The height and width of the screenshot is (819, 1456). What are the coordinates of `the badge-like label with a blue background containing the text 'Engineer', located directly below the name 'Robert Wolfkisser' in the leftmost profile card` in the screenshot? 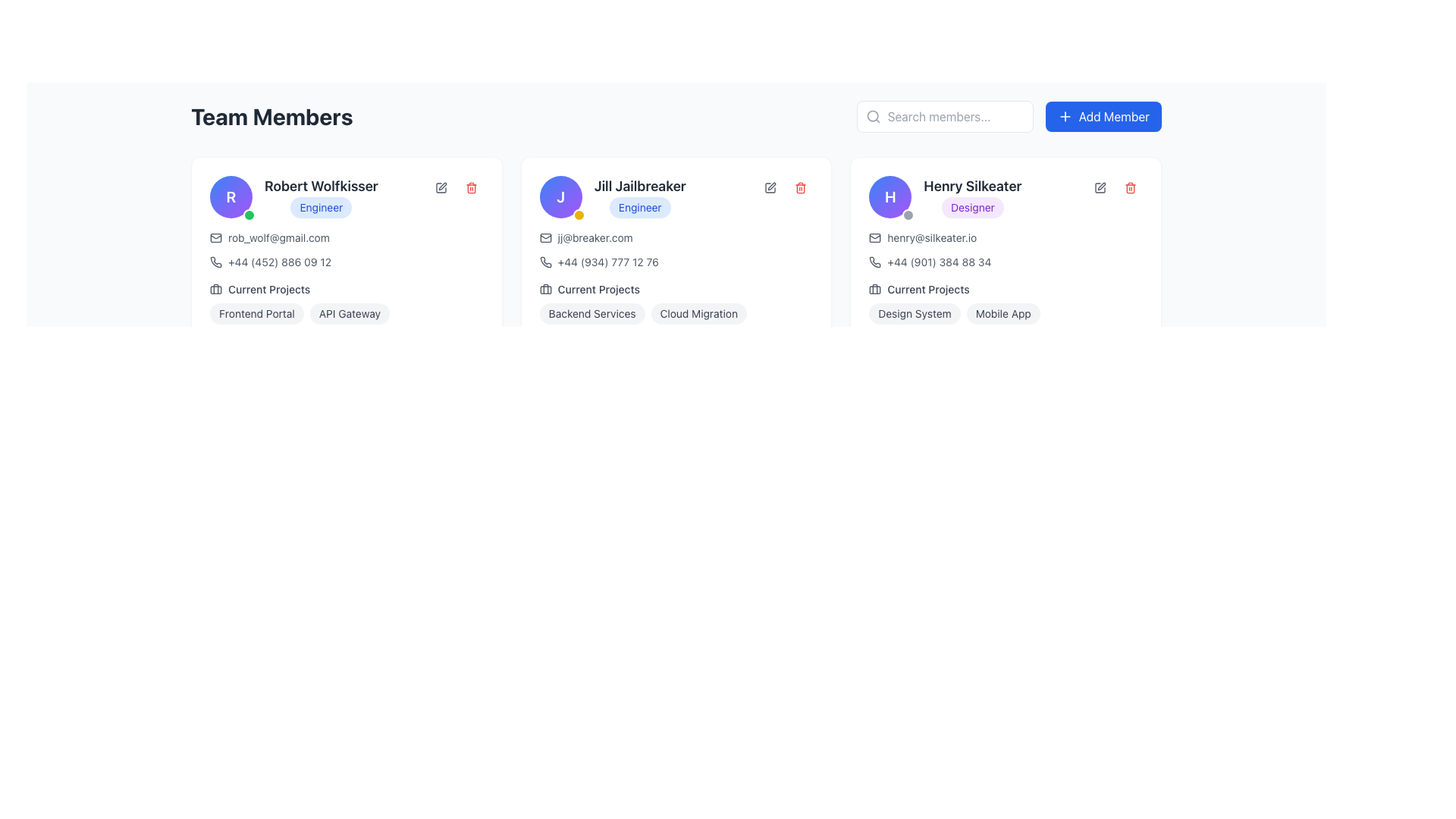 It's located at (320, 207).